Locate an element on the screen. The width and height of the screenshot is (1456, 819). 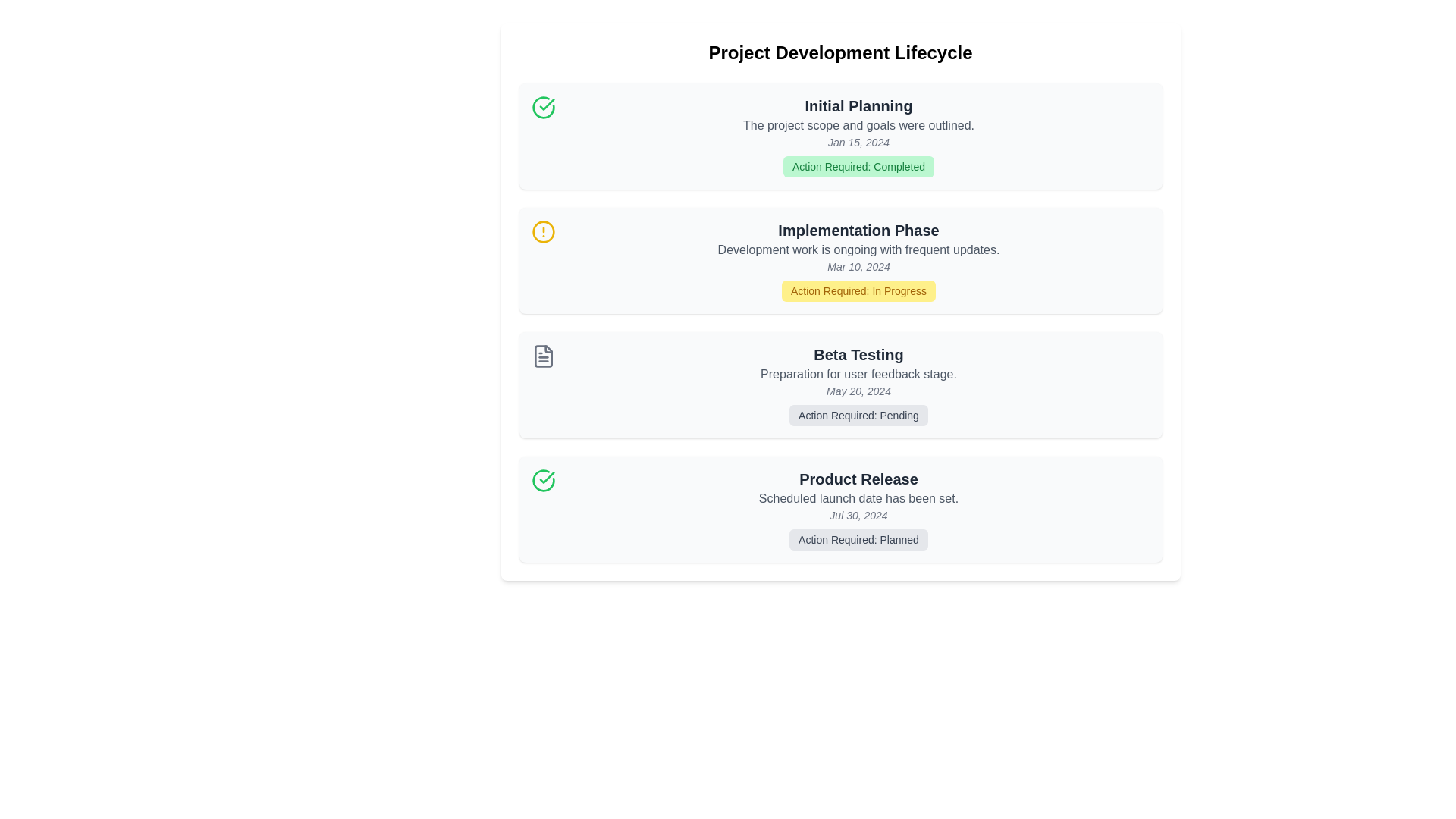
the Information Panel, which is the second item in the vertical sequence providing project details, located below the 'Initial Planning' section and above the 'Beta Testing' section is located at coordinates (858, 259).